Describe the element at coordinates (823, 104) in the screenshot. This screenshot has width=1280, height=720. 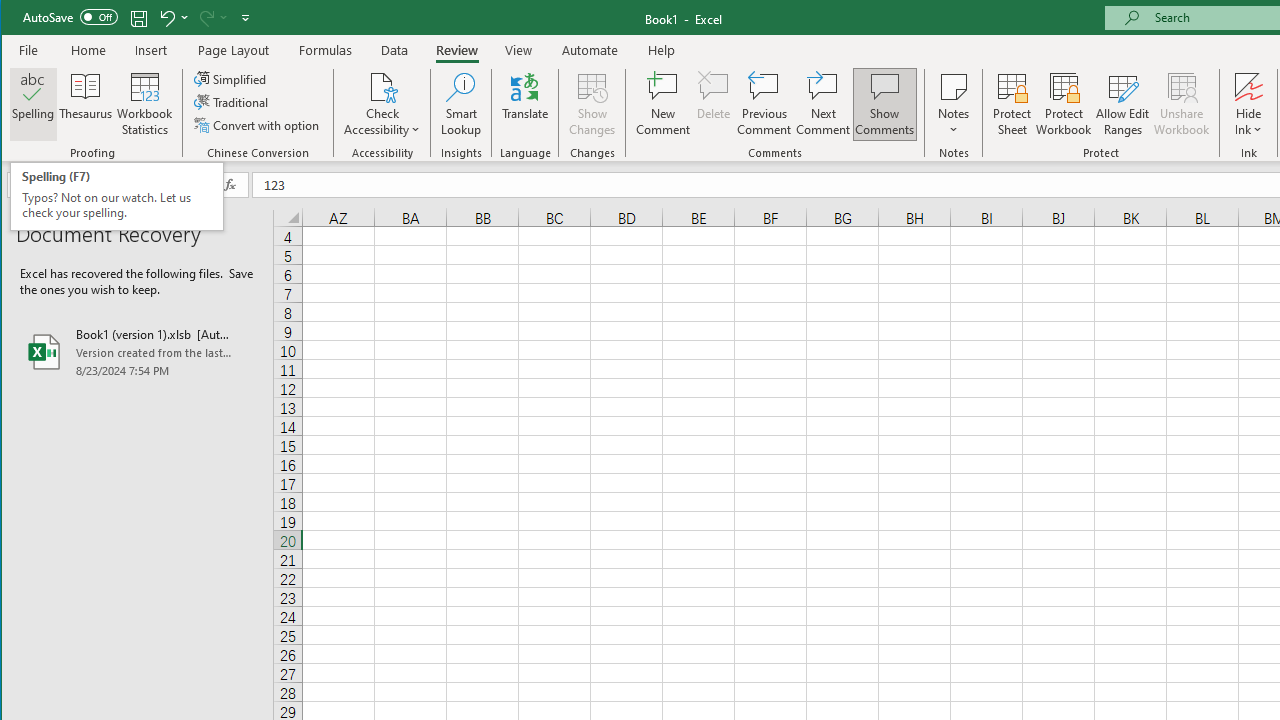
I see `'Next Comment'` at that location.